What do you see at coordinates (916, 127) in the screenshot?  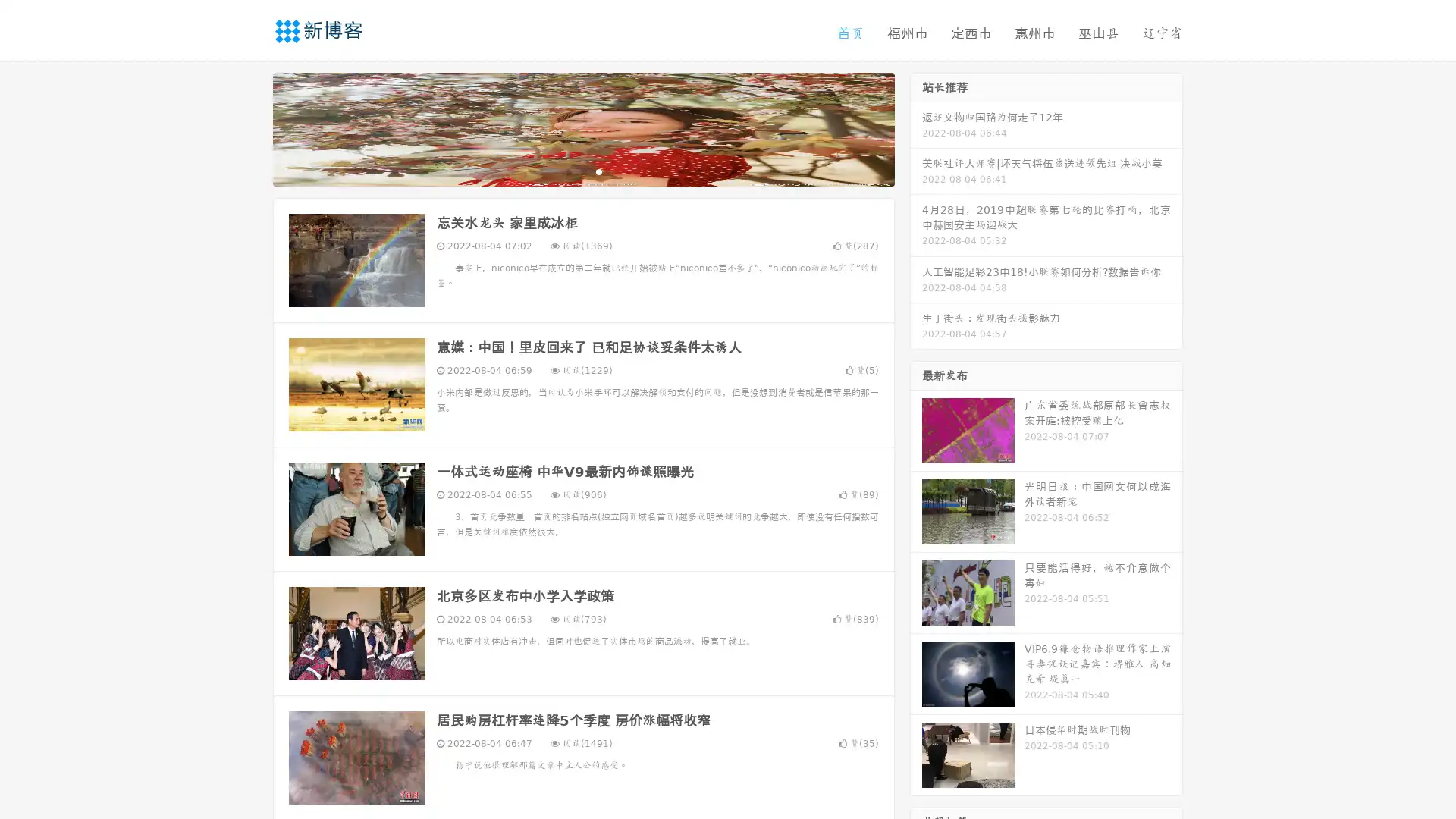 I see `Next slide` at bounding box center [916, 127].